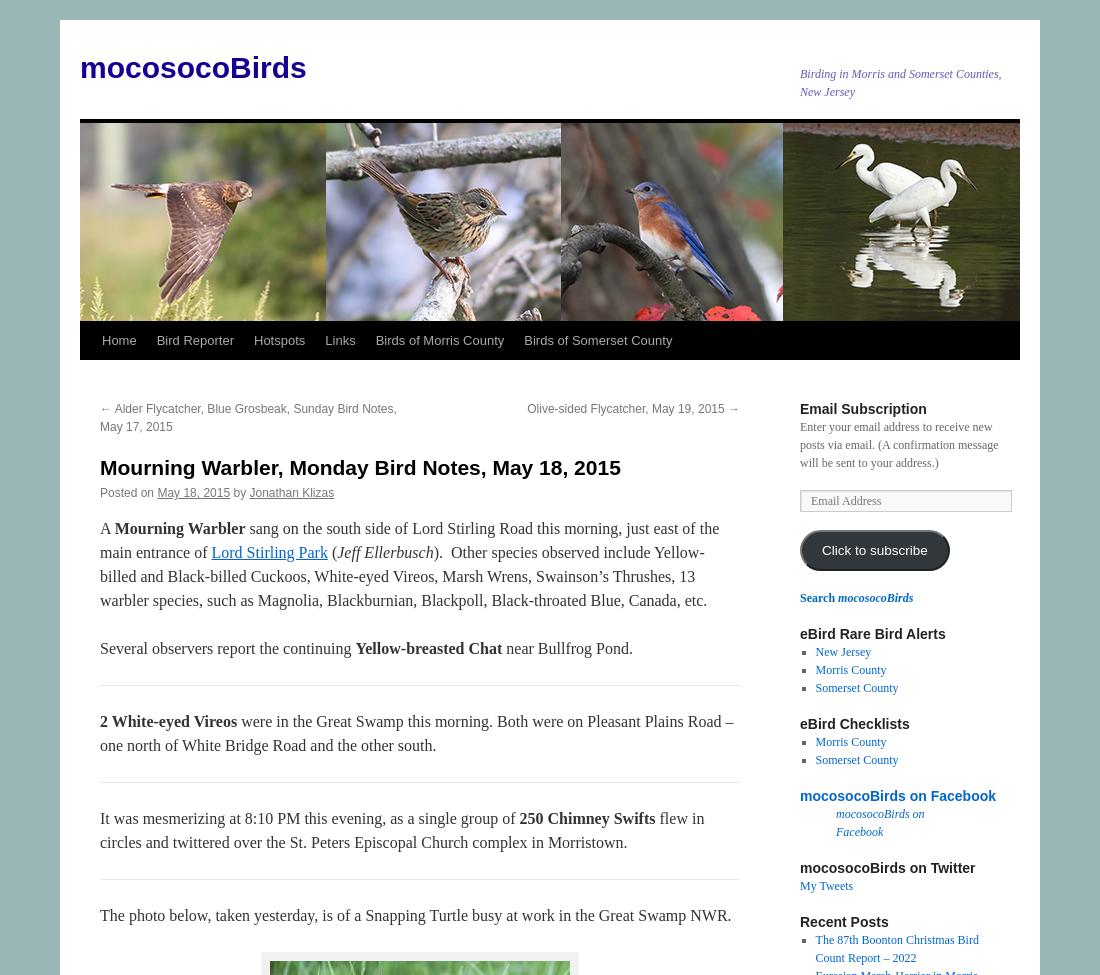 This screenshot has height=975, width=1100. What do you see at coordinates (360, 467) in the screenshot?
I see `'Mourning Warbler, Monday Bird Notes, May 18, 2015'` at bounding box center [360, 467].